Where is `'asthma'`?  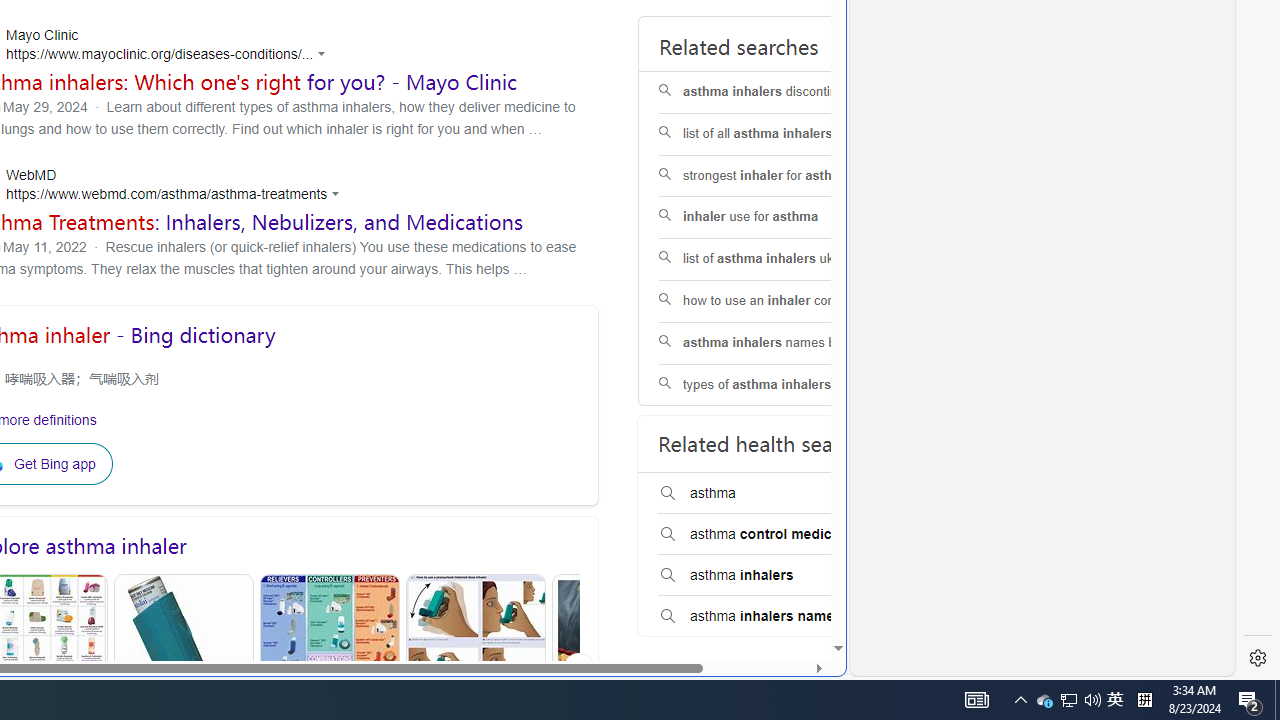
'asthma' is located at coordinates (784, 493).